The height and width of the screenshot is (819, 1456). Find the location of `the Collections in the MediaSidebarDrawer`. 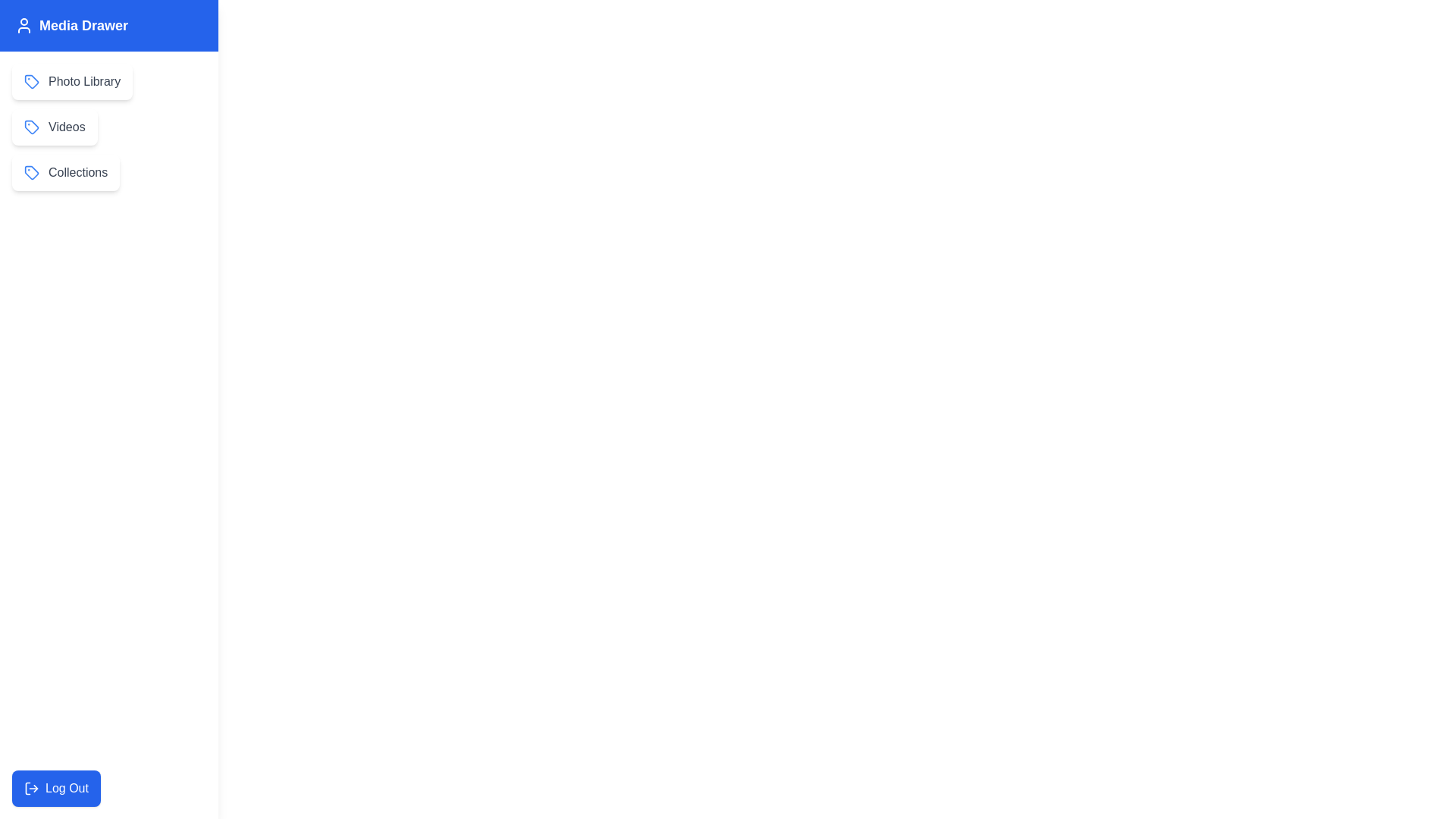

the Collections in the MediaSidebarDrawer is located at coordinates (65, 171).